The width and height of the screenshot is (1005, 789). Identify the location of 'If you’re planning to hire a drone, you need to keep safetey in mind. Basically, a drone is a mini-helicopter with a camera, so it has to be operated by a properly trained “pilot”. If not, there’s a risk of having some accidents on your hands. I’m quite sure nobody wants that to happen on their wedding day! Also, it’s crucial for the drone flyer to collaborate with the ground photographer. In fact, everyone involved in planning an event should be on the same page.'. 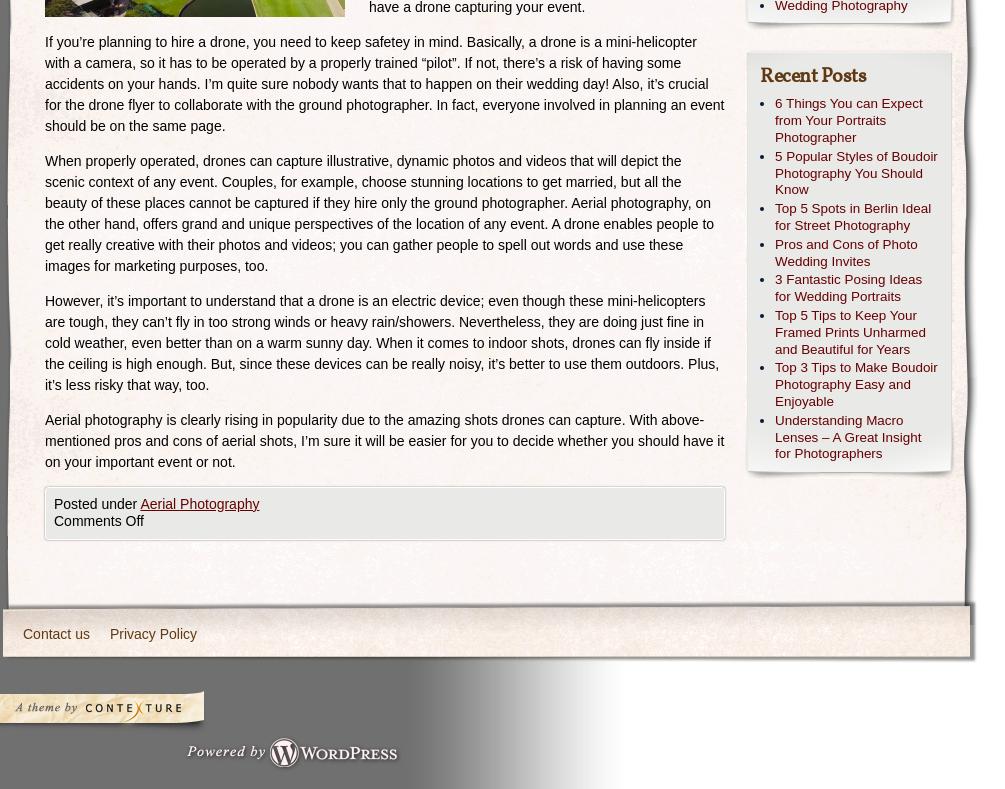
(384, 83).